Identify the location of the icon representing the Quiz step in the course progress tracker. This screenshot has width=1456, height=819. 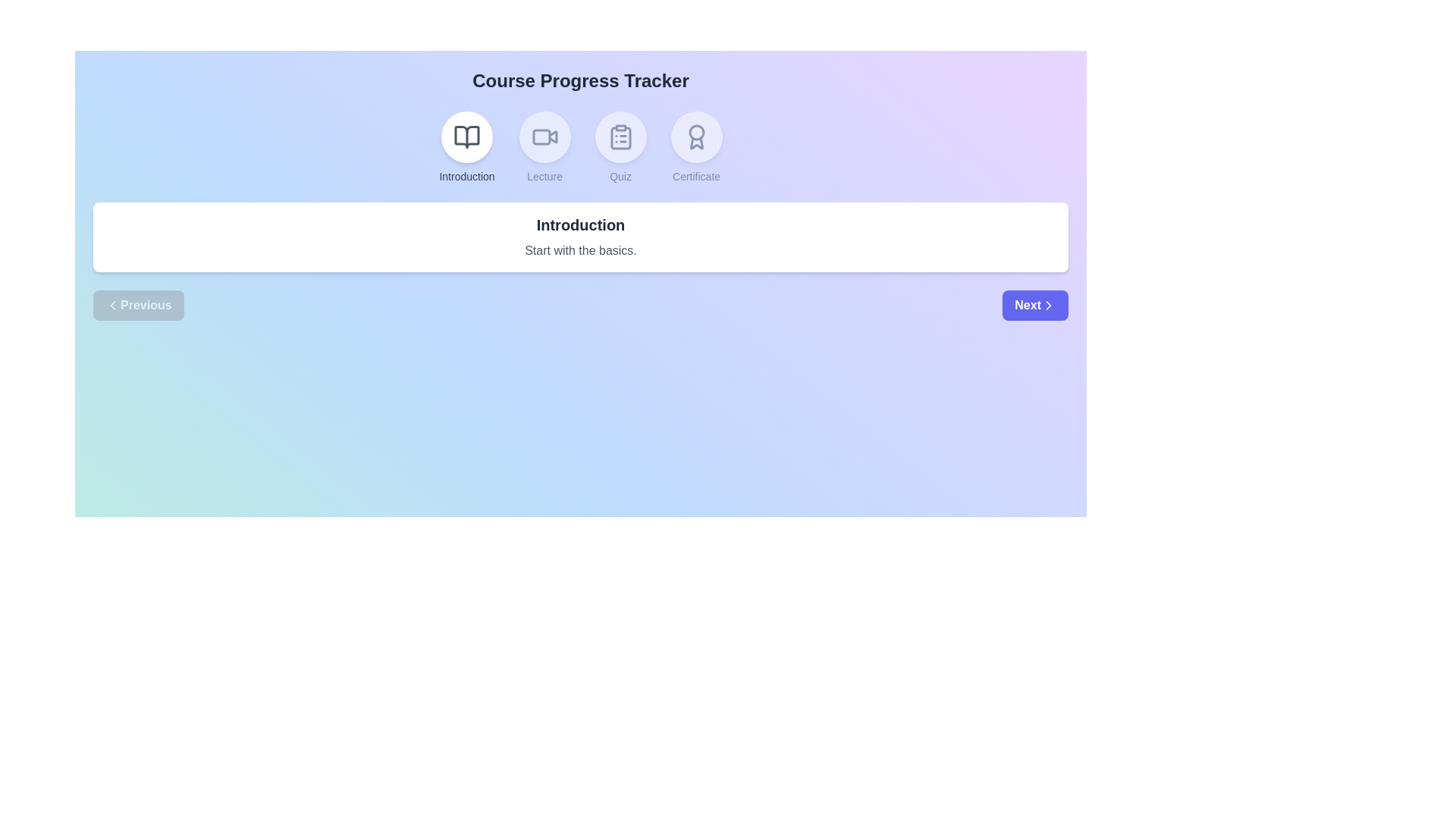
(620, 137).